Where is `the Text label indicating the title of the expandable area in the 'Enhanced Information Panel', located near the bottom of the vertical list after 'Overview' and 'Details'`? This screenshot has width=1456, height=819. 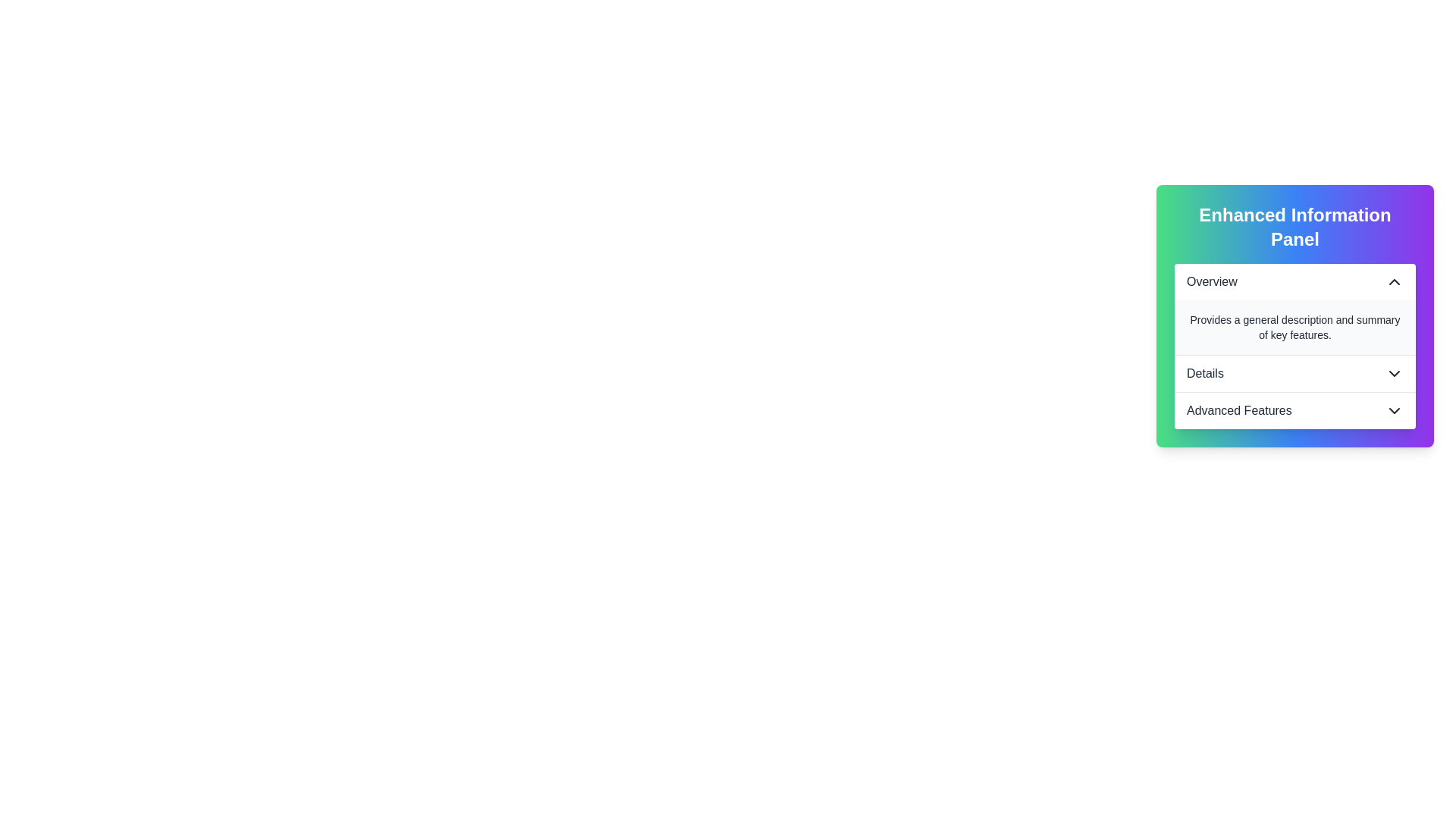
the Text label indicating the title of the expandable area in the 'Enhanced Information Panel', located near the bottom of the vertical list after 'Overview' and 'Details' is located at coordinates (1239, 411).